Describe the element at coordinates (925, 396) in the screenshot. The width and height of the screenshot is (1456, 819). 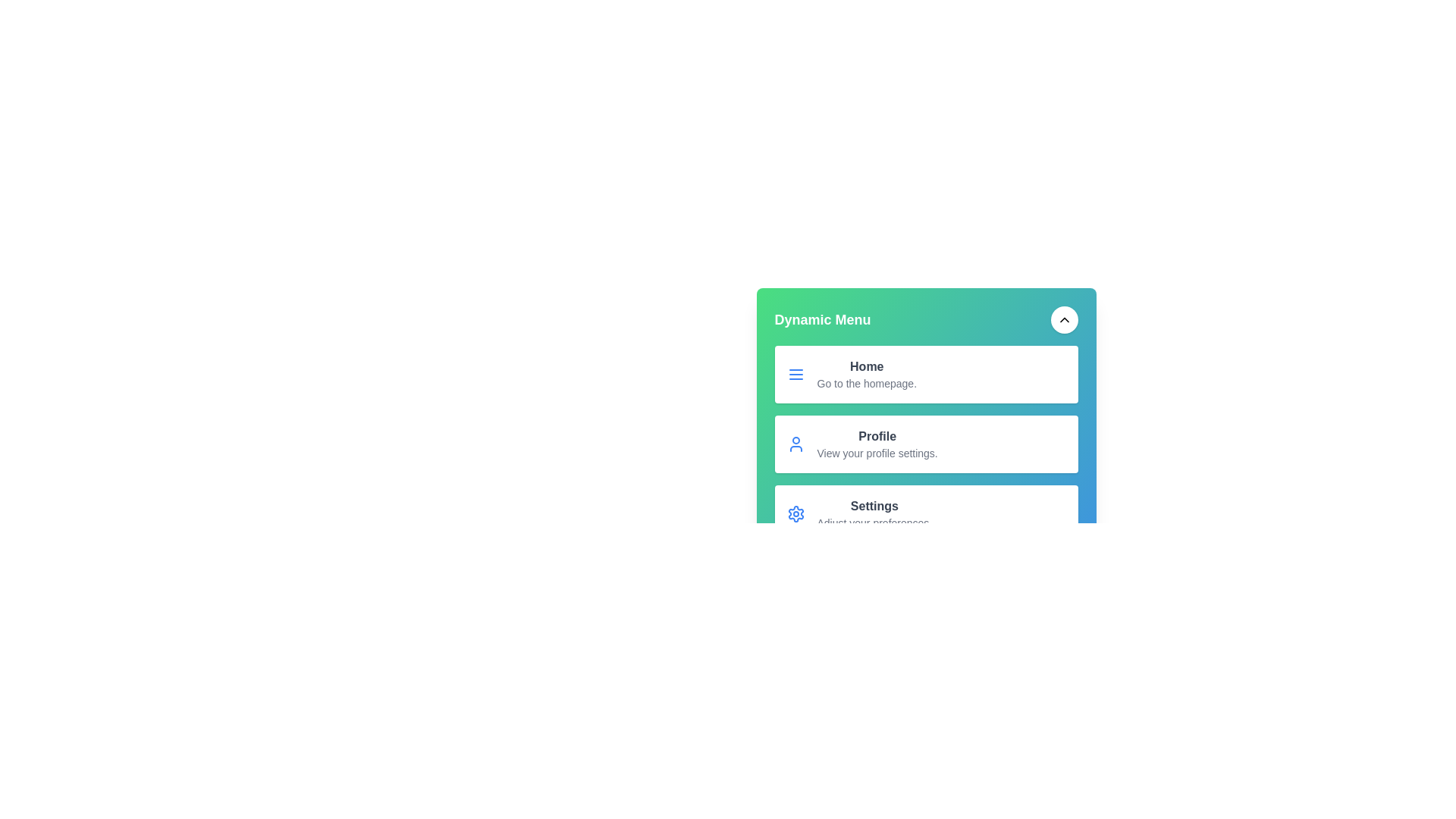
I see `the first menu option under the 'Dynamic Menu' header` at that location.